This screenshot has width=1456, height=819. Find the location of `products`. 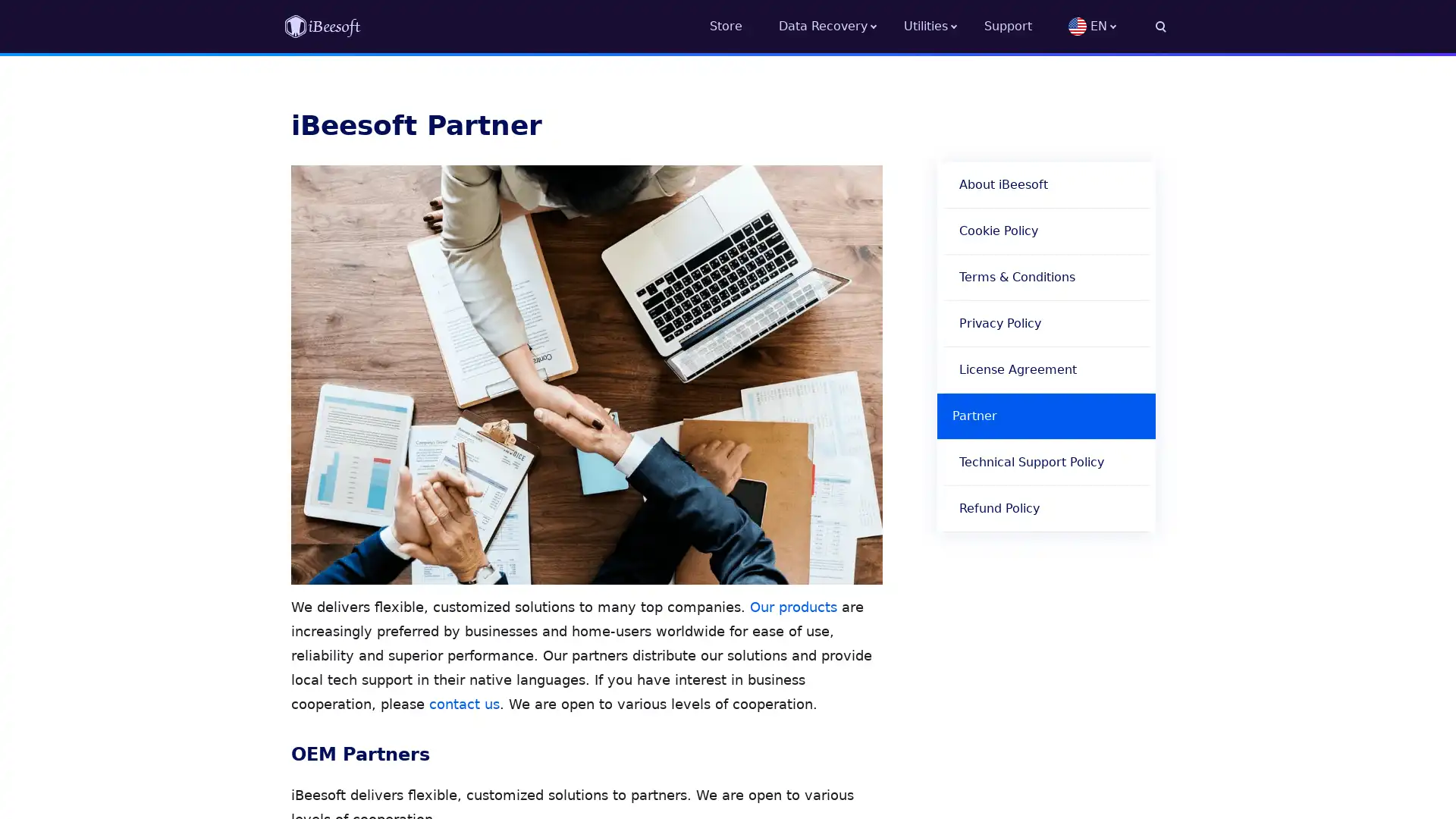

products is located at coordinates (840, 26).